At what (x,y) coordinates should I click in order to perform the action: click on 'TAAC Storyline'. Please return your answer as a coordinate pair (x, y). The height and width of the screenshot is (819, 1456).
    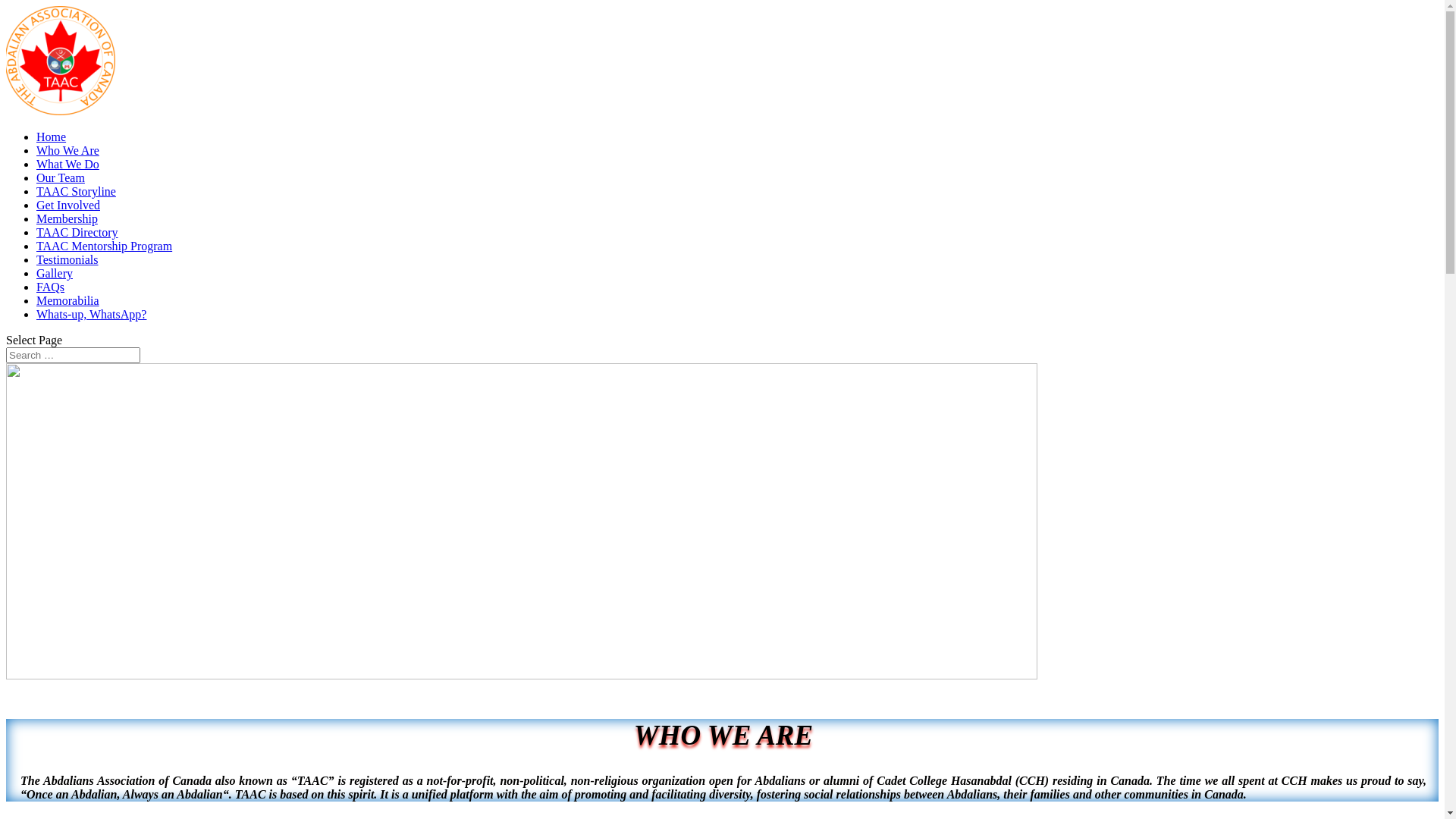
    Looking at the image, I should click on (36, 190).